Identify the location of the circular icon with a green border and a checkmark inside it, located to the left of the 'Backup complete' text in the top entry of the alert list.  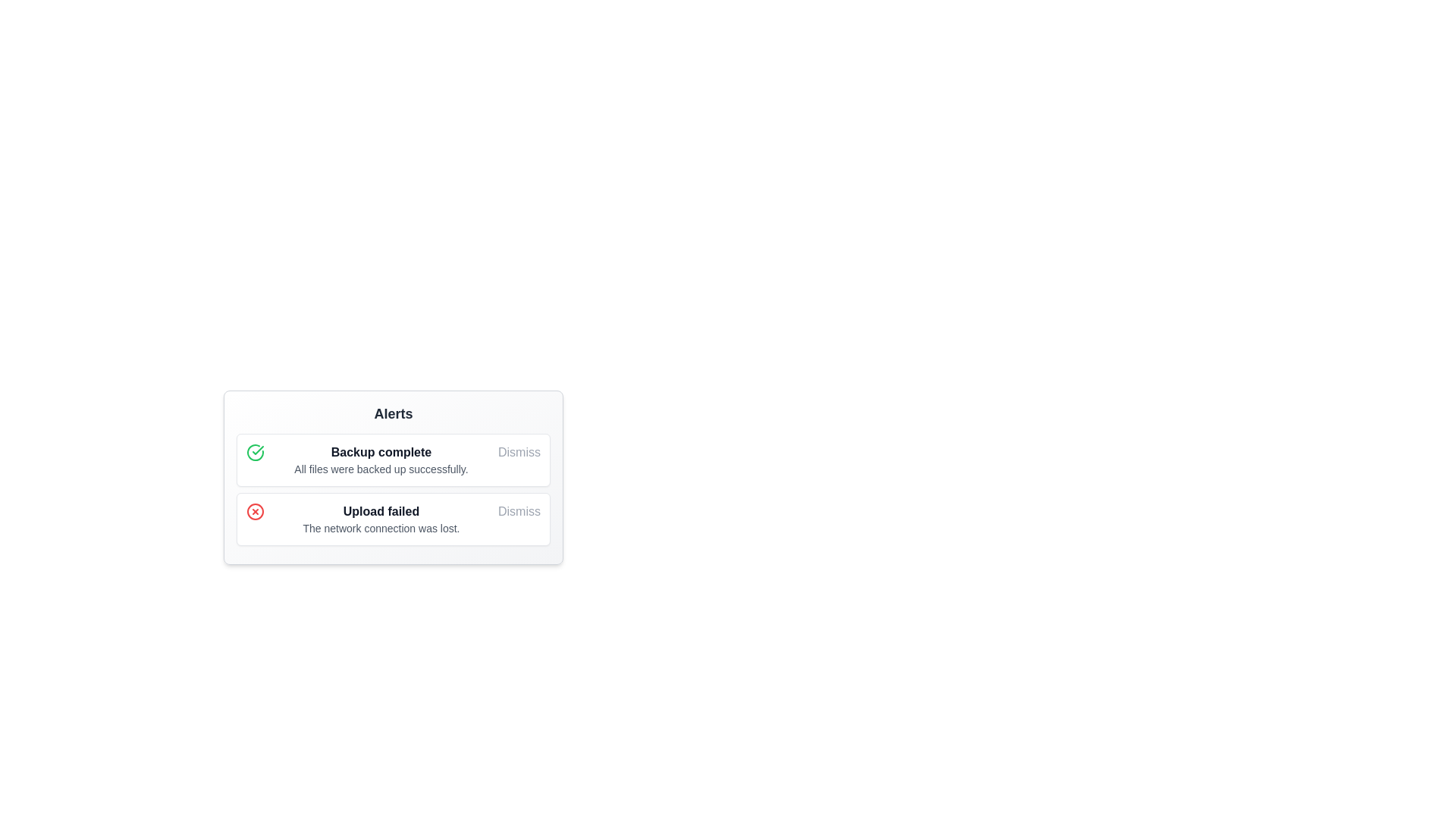
(255, 452).